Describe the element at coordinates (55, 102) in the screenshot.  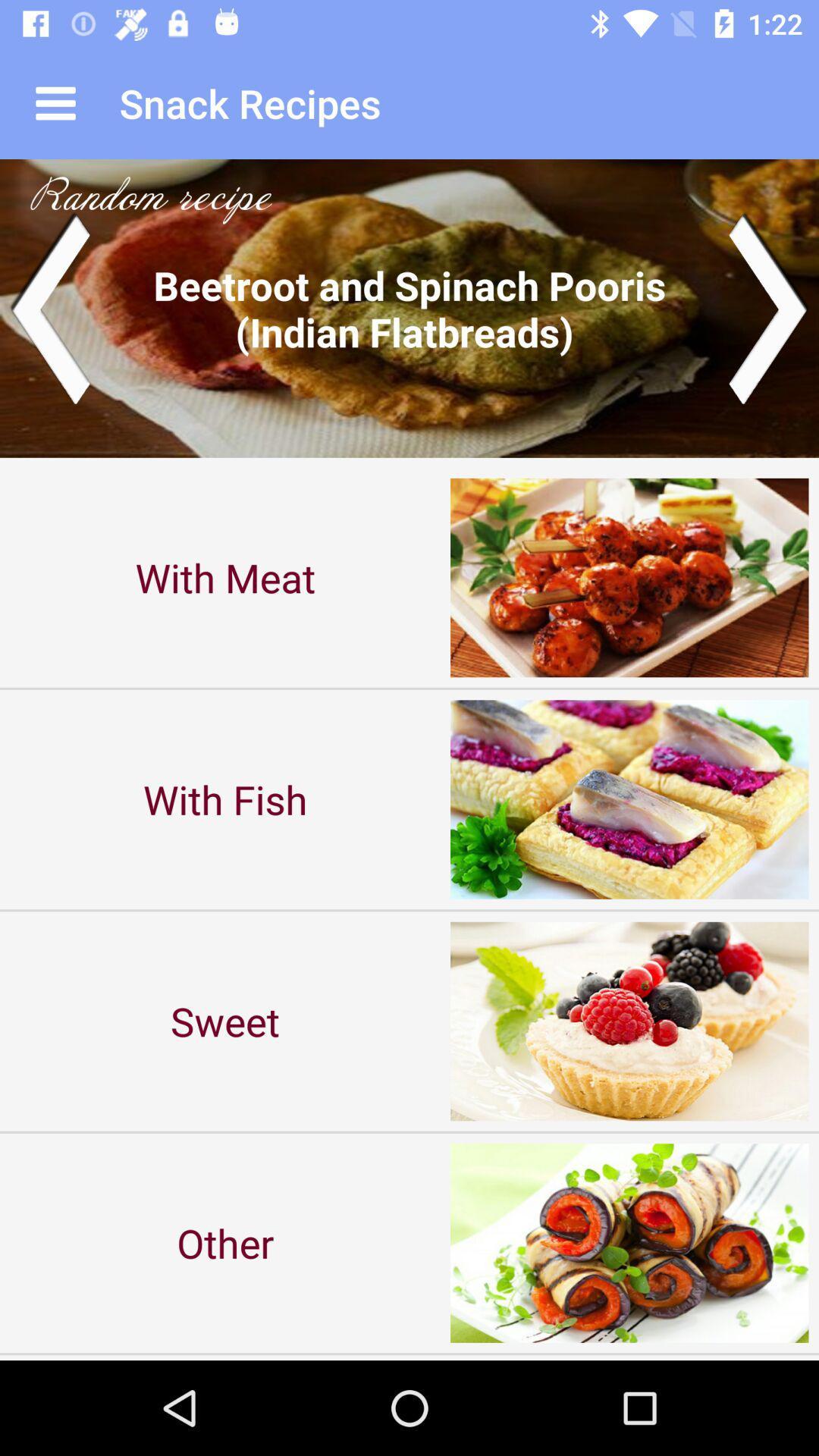
I see `item next to the snack recipes app` at that location.